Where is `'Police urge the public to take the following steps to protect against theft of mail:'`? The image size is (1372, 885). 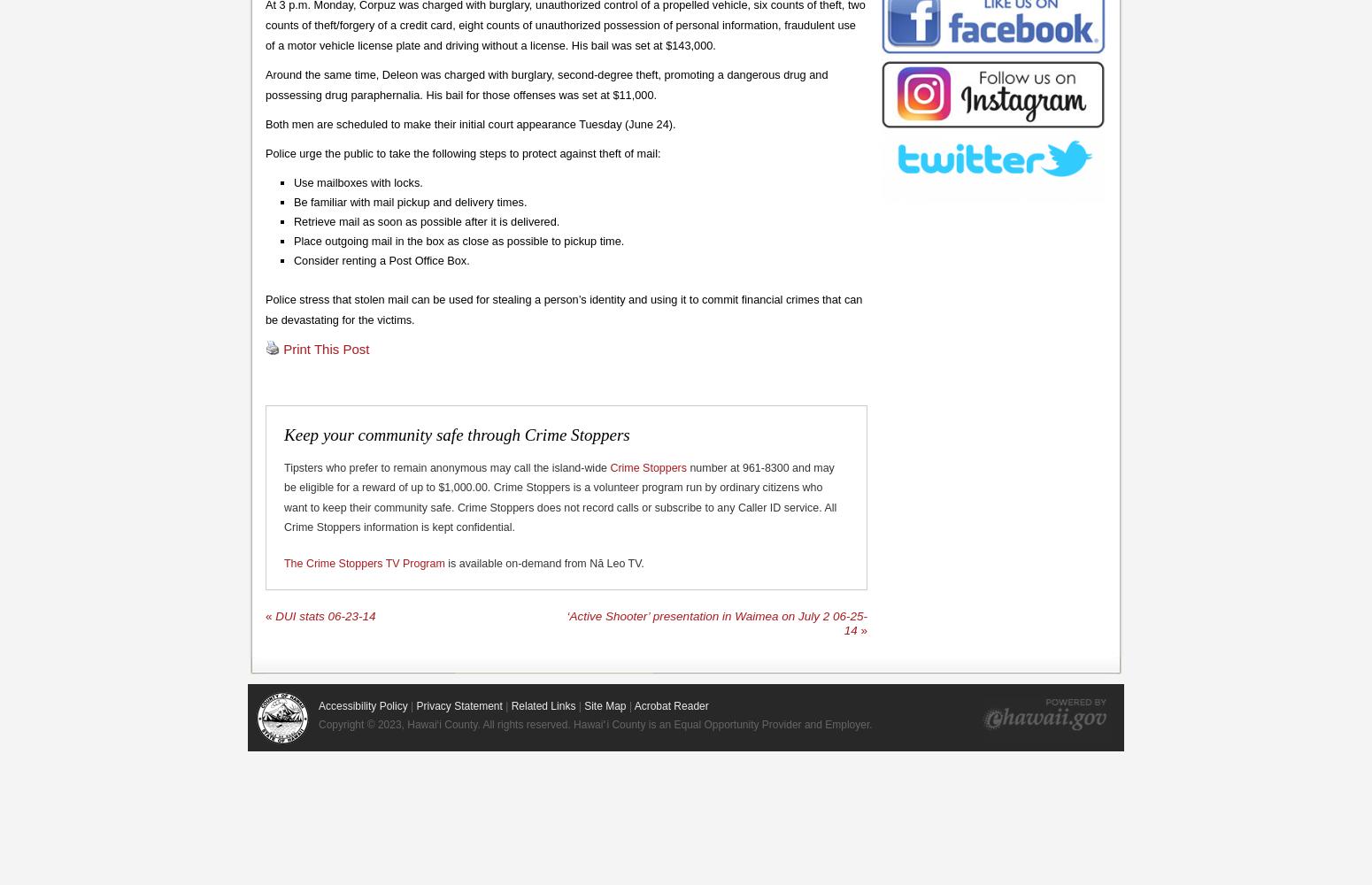
'Police urge the public to take the following steps to protect against theft of mail:' is located at coordinates (461, 153).